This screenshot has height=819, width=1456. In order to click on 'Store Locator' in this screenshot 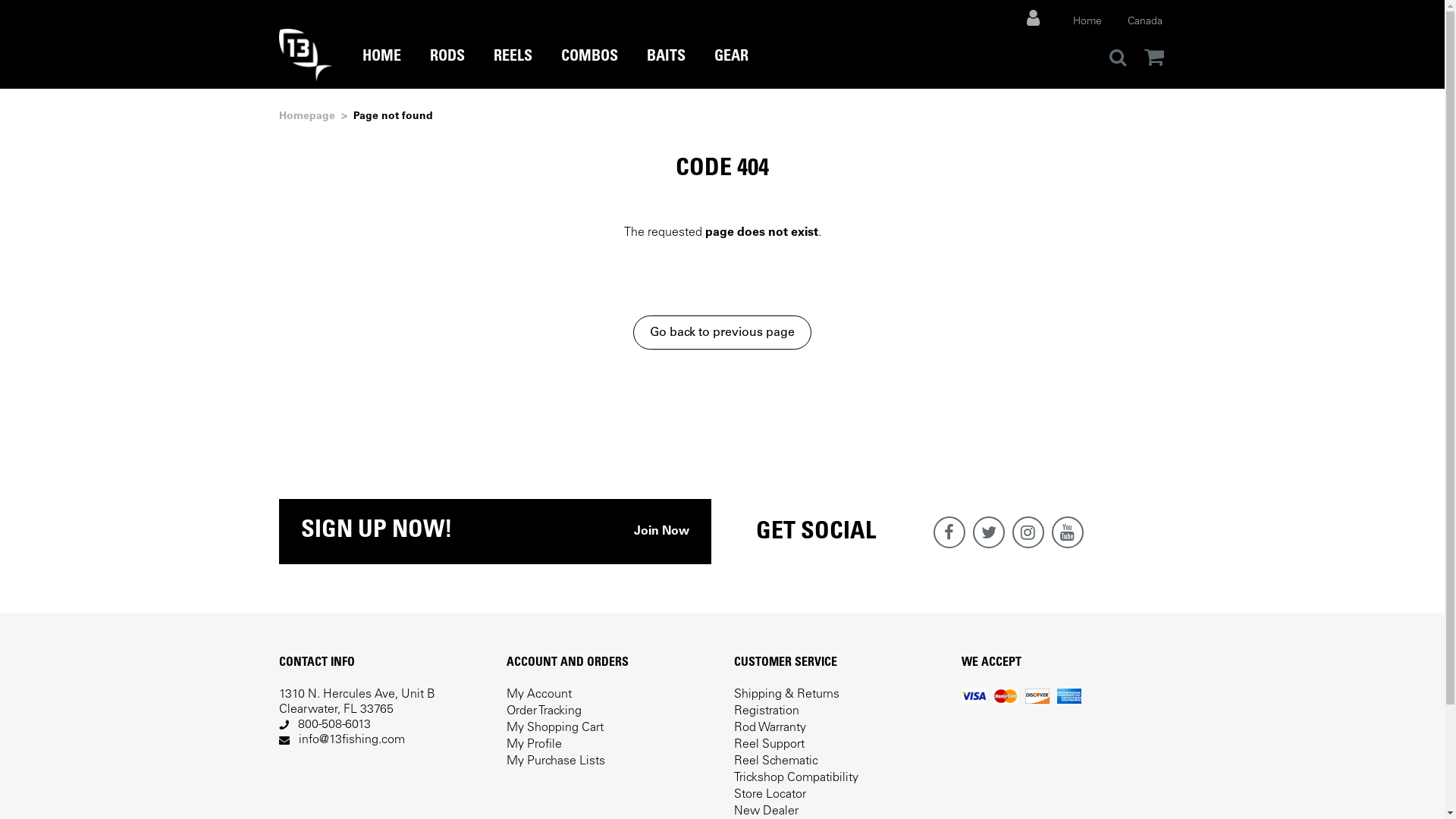, I will do `click(770, 794)`.